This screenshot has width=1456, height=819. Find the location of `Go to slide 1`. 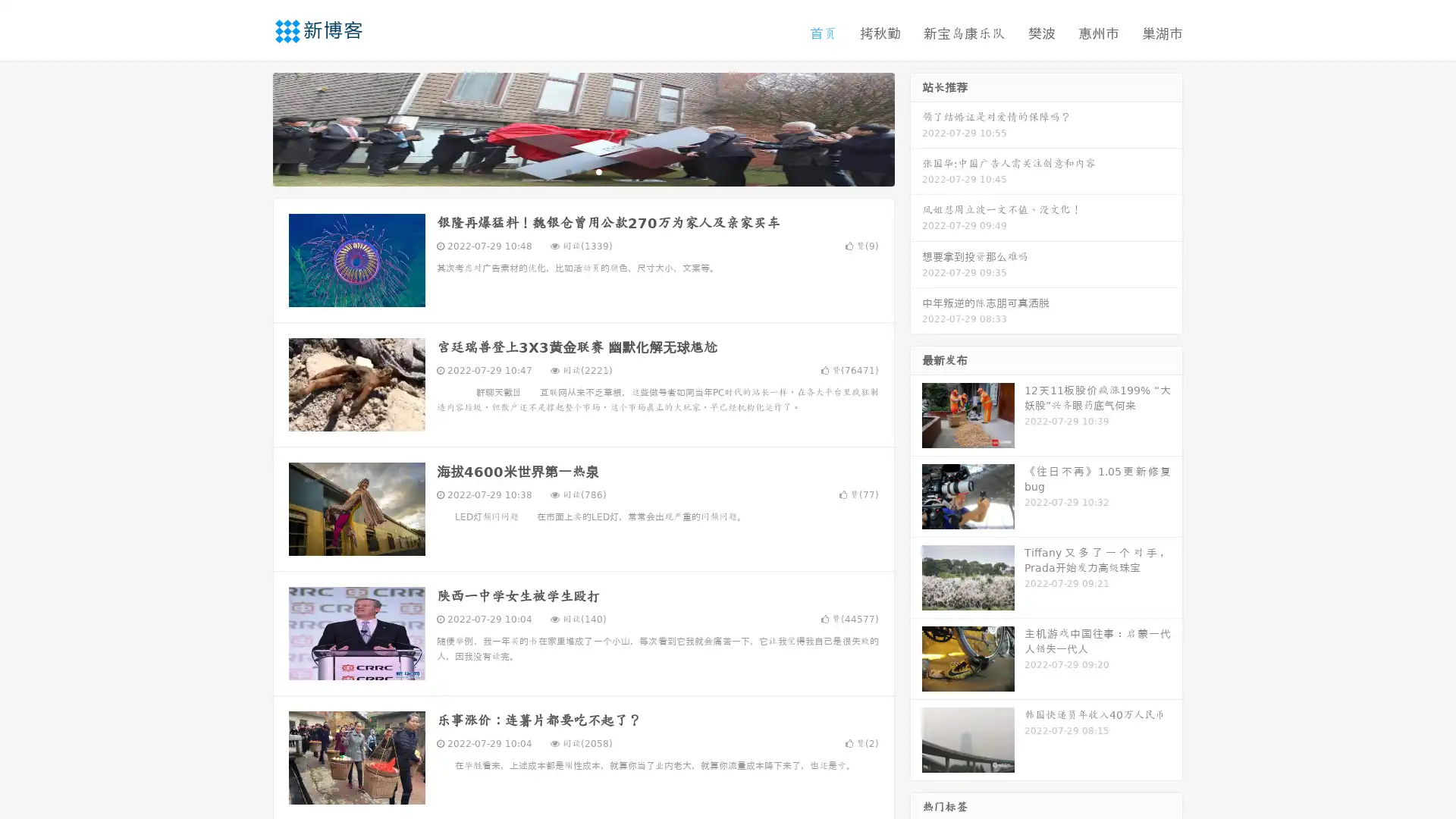

Go to slide 1 is located at coordinates (567, 171).